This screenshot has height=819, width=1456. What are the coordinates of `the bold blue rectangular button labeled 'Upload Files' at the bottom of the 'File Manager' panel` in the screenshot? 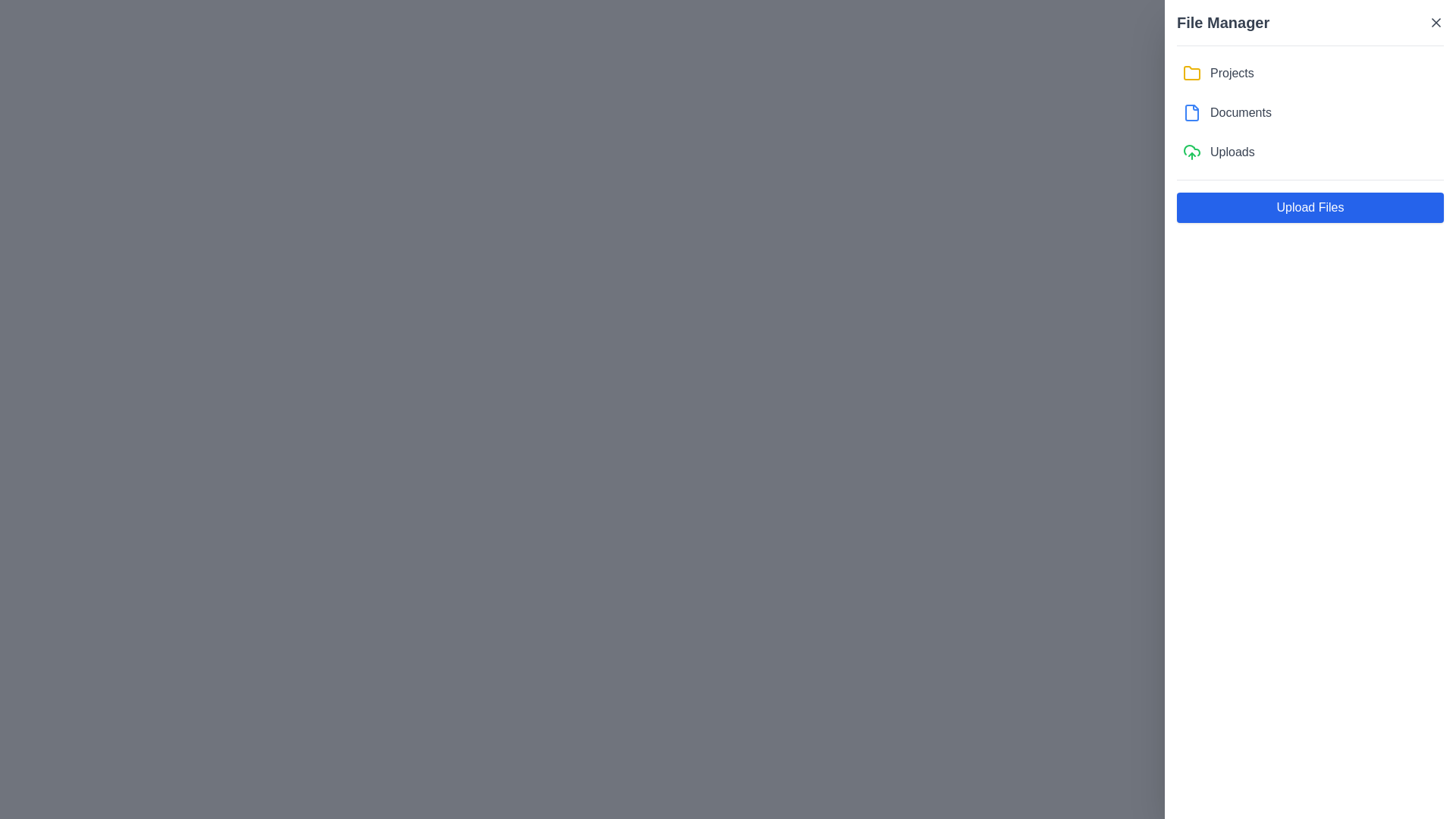 It's located at (1310, 200).